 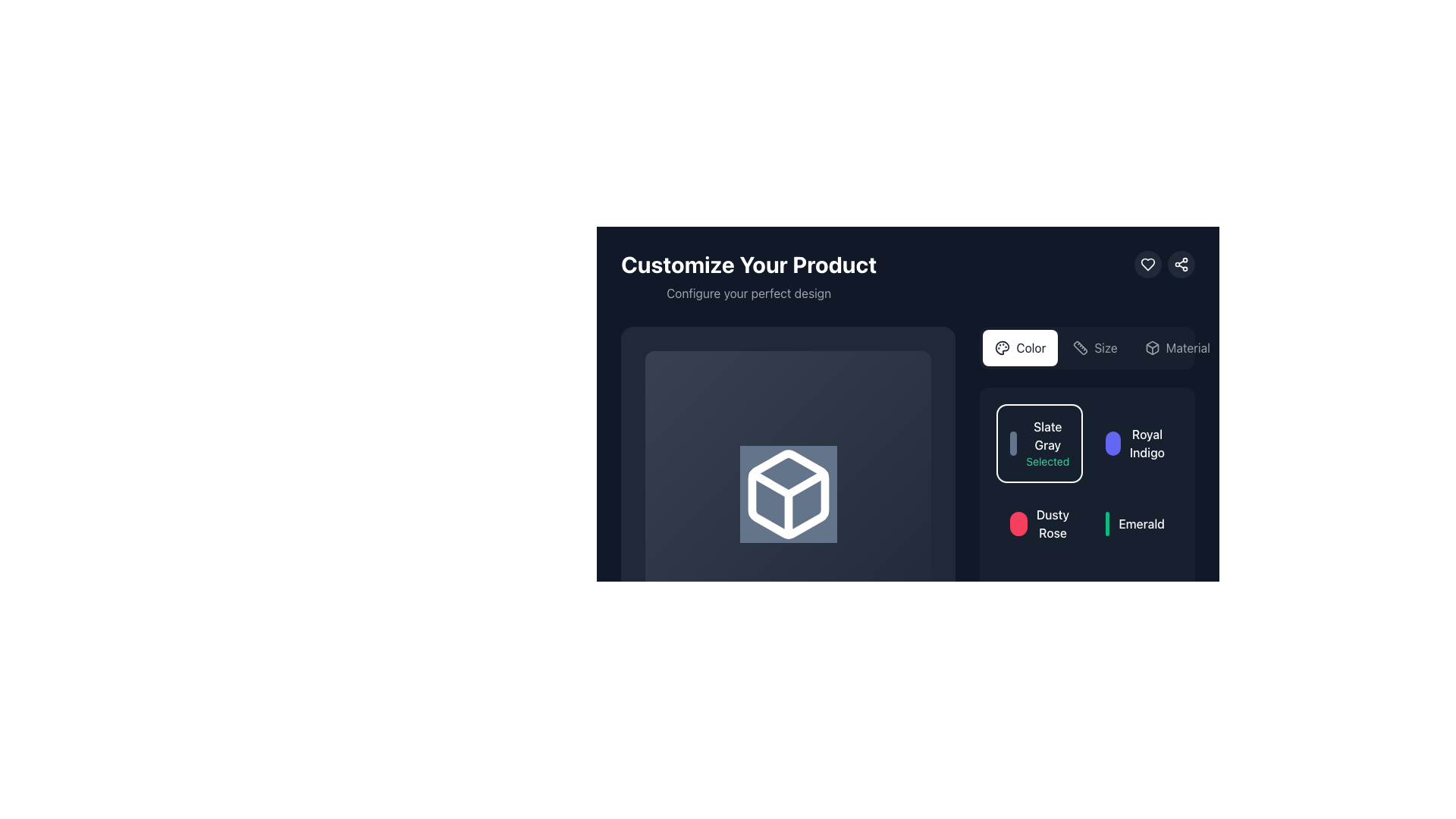 What do you see at coordinates (1147, 444) in the screenshot?
I see `'Royal Indigo' text label located in the top-right section under the 'Color' tab in the customization panel, adjacent to a circular indigo-colored marker` at bounding box center [1147, 444].